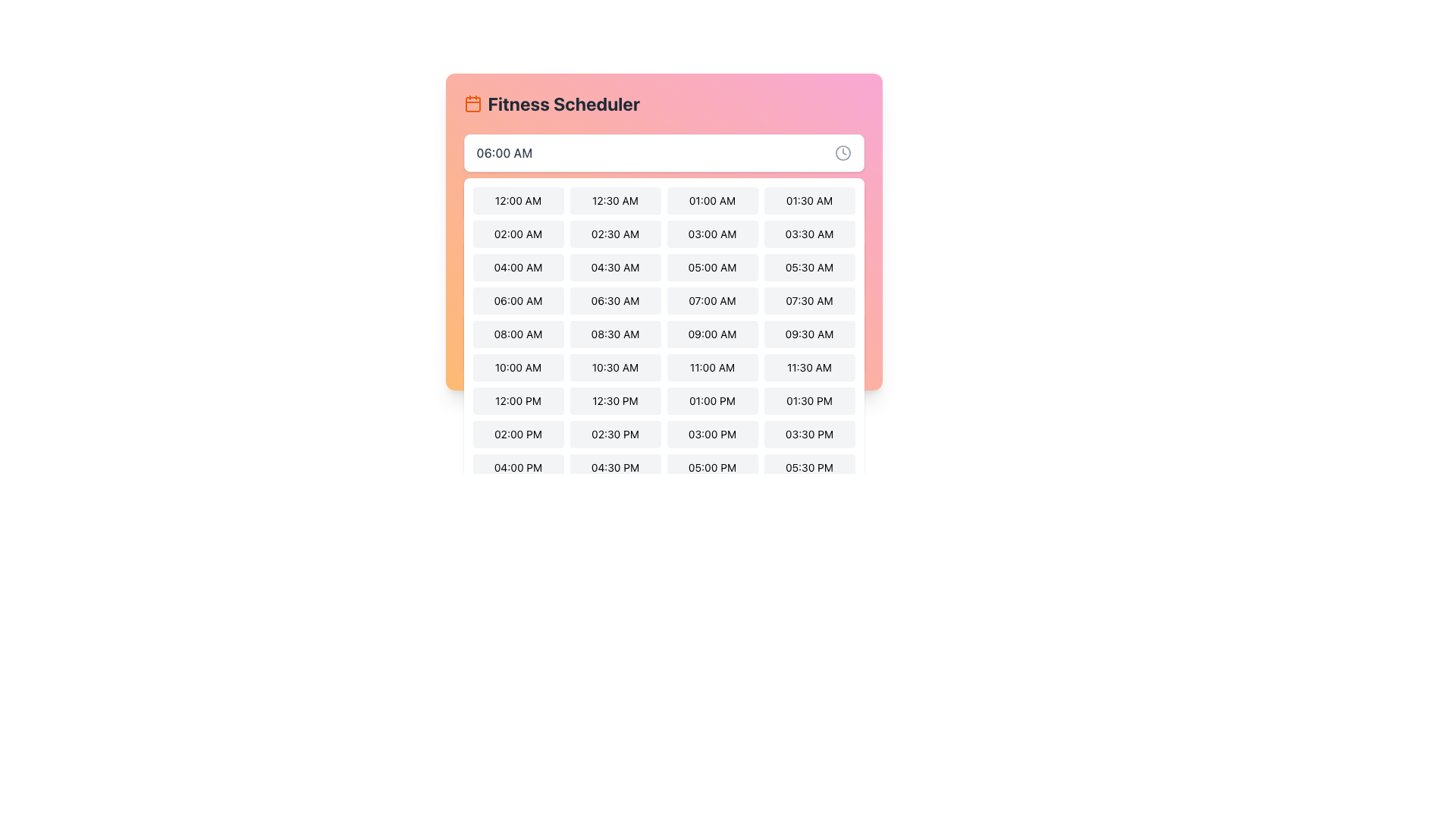 Image resolution: width=1456 pixels, height=819 pixels. What do you see at coordinates (518, 400) in the screenshot?
I see `the '12:00 PM' button in the time selection dropdown` at bounding box center [518, 400].